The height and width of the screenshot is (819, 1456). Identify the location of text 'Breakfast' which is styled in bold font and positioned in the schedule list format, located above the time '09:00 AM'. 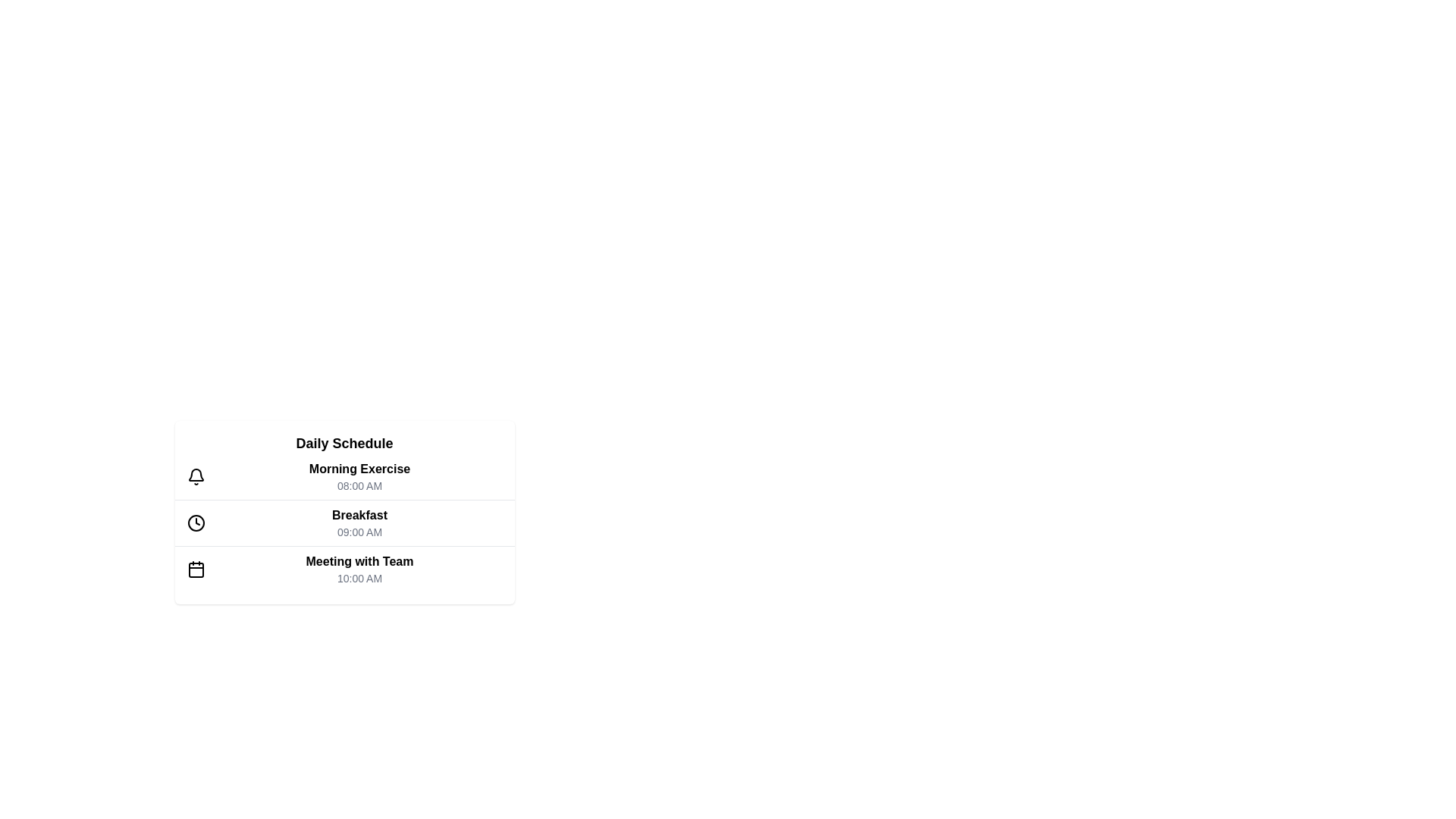
(359, 514).